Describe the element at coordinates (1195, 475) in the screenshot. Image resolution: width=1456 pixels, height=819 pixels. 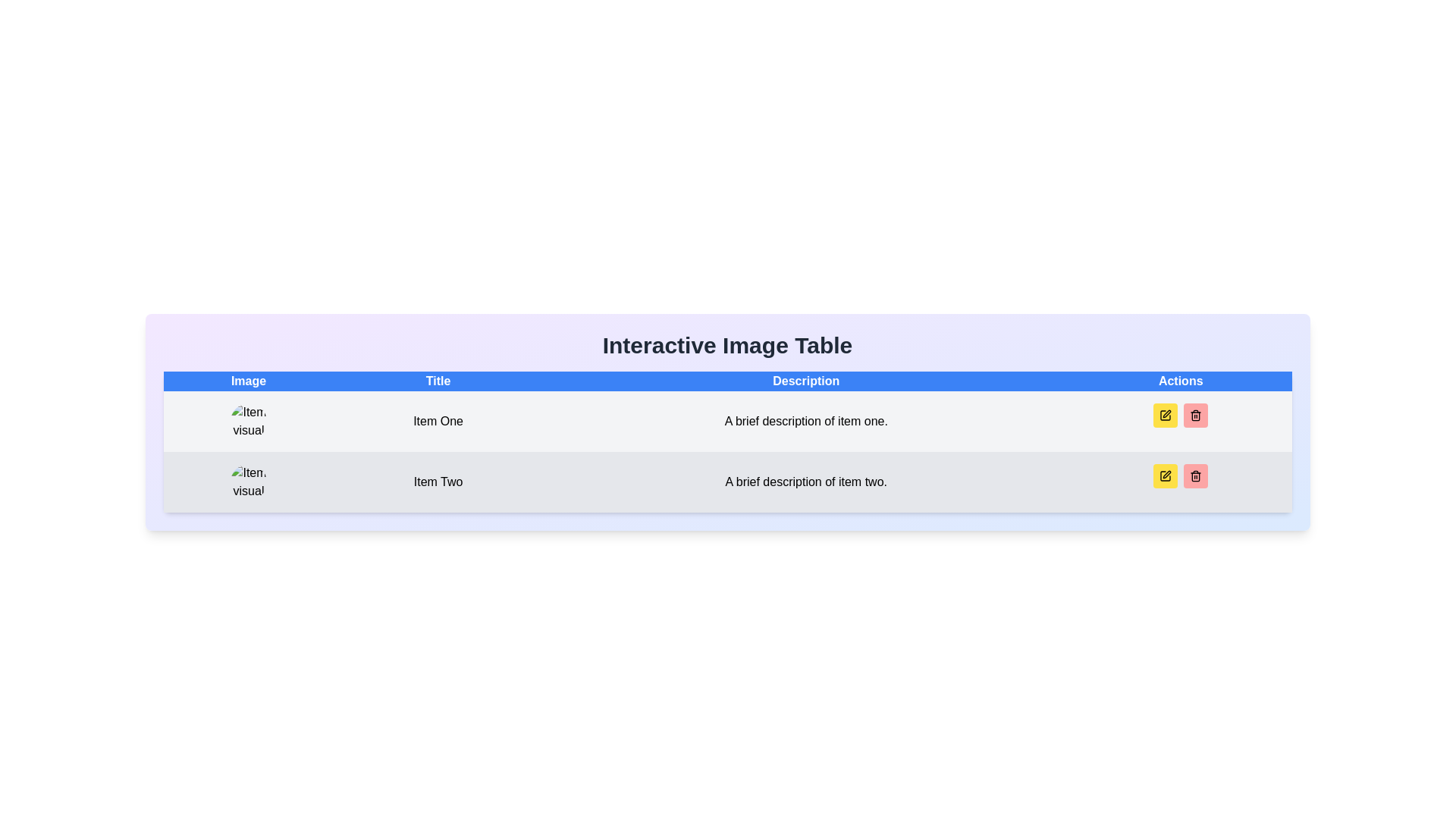
I see `the 'delete' button located in the 'Actions' column of the second row, positioned to the right of the yellow 'edit' button, to observe the hover effect` at that location.